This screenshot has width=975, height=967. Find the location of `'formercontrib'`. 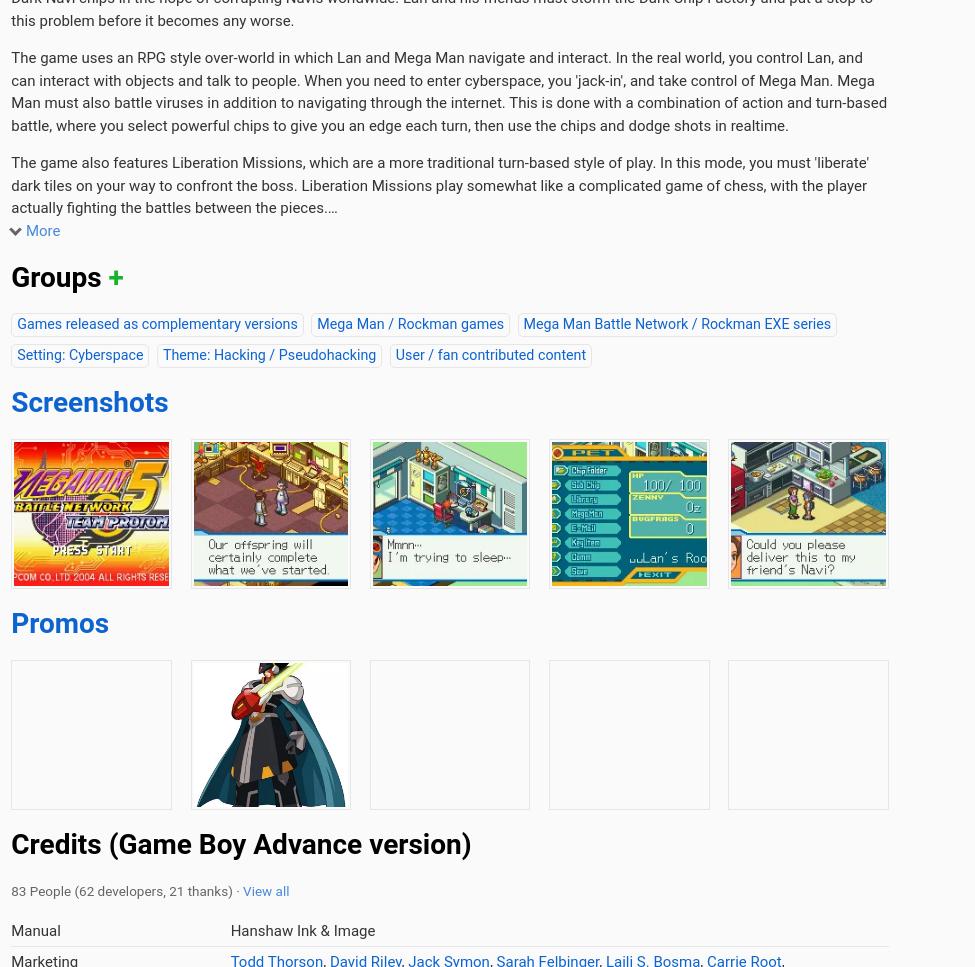

'formercontrib' is located at coordinates (254, 351).